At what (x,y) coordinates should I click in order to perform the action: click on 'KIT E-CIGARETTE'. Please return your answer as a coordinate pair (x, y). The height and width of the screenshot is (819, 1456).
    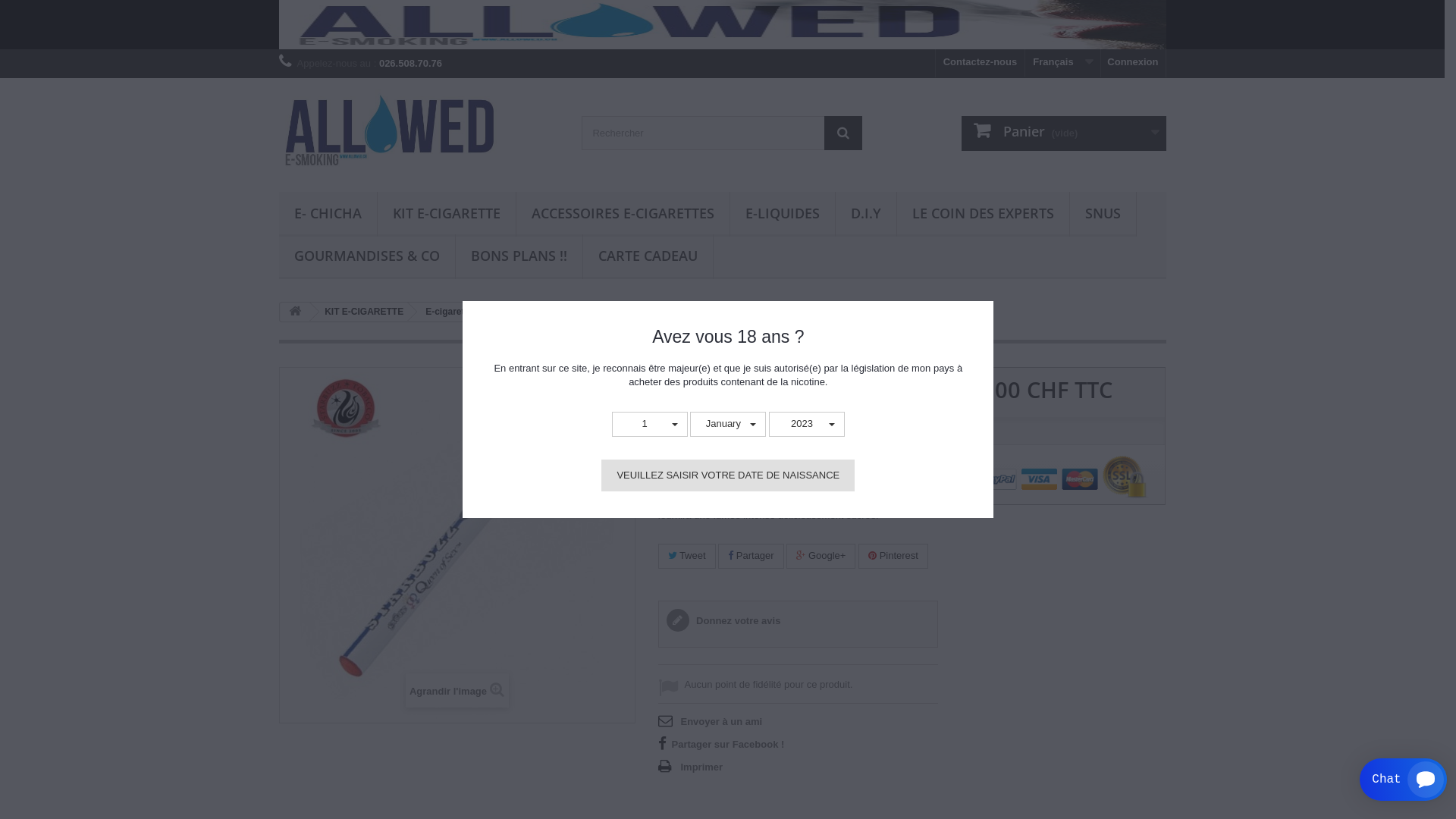
    Looking at the image, I should click on (360, 311).